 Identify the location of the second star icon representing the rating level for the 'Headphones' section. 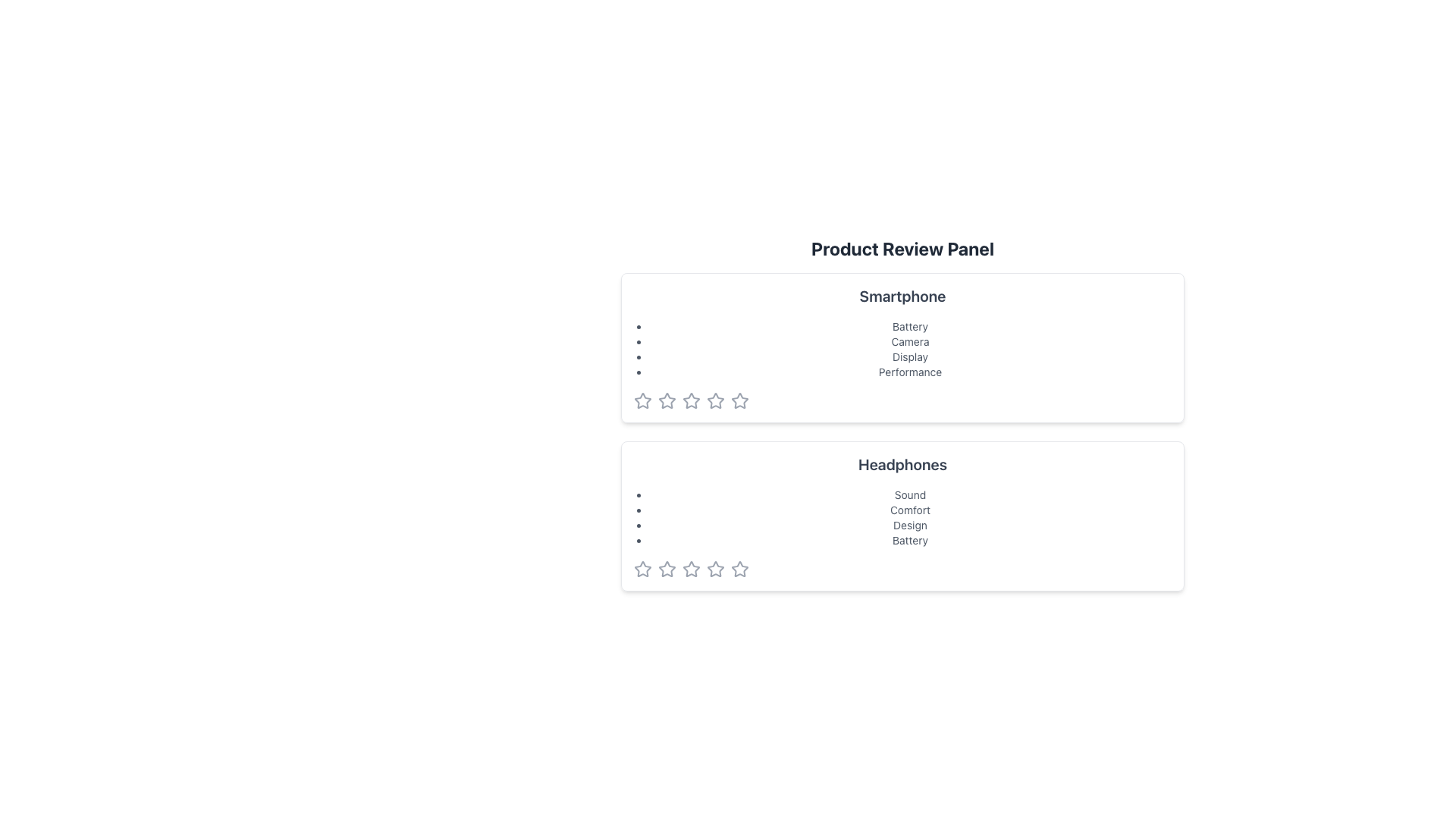
(691, 569).